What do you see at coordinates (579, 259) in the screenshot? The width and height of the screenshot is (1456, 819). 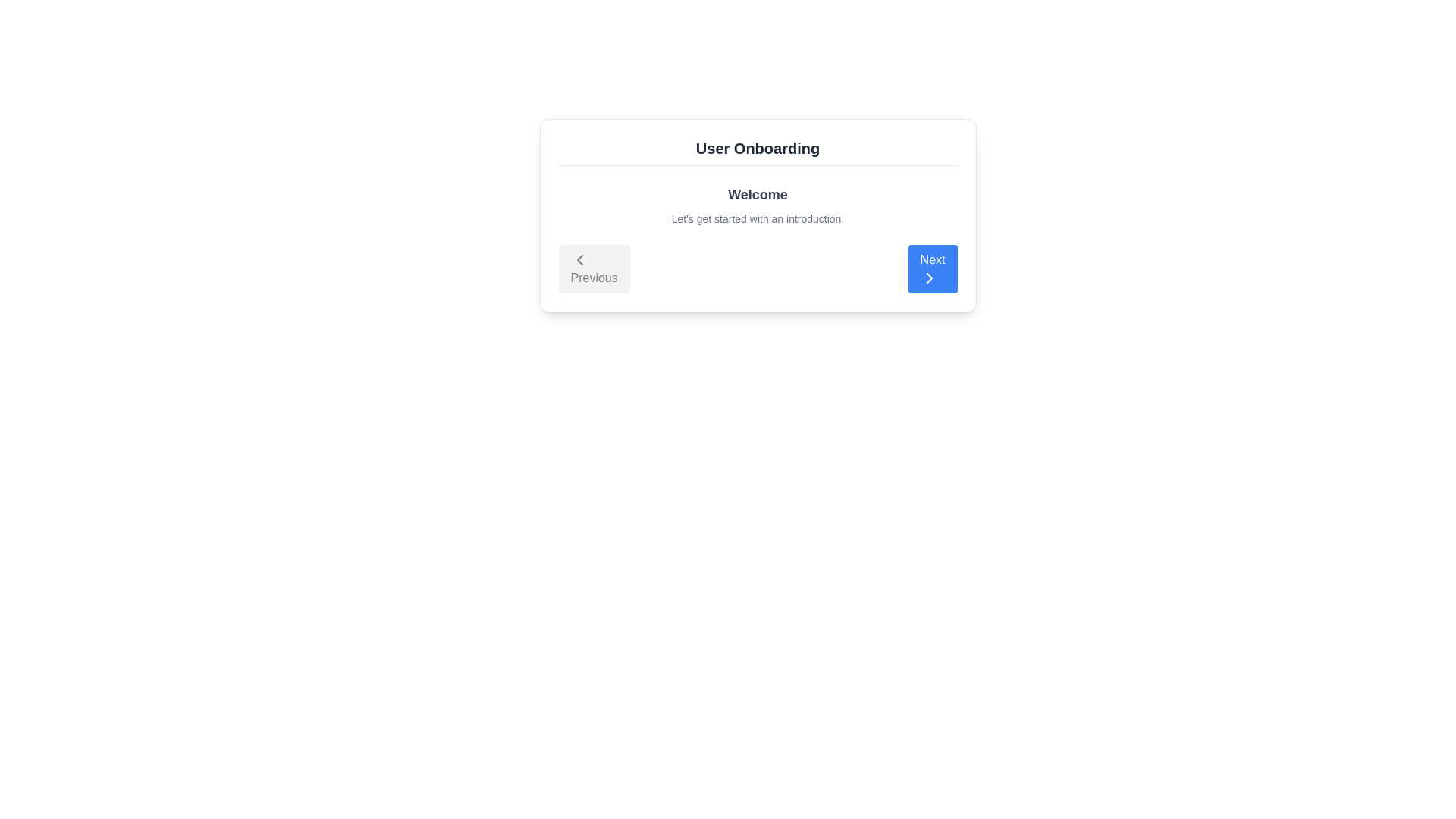 I see `the 'Previous' navigation icon located in the left-central part of the 'Previous' button within the user onboarding card interface` at bounding box center [579, 259].